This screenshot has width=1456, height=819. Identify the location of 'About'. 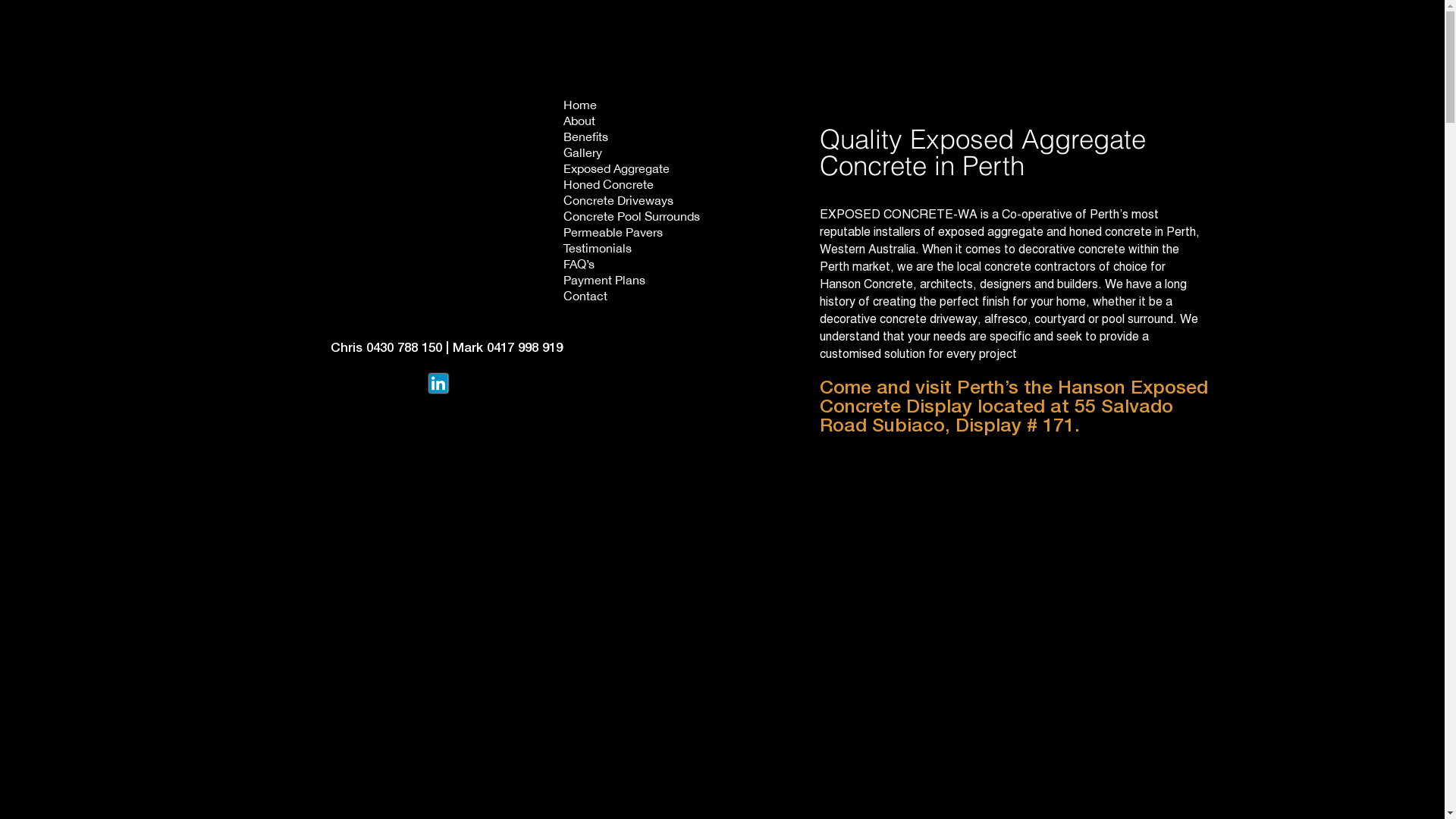
(562, 121).